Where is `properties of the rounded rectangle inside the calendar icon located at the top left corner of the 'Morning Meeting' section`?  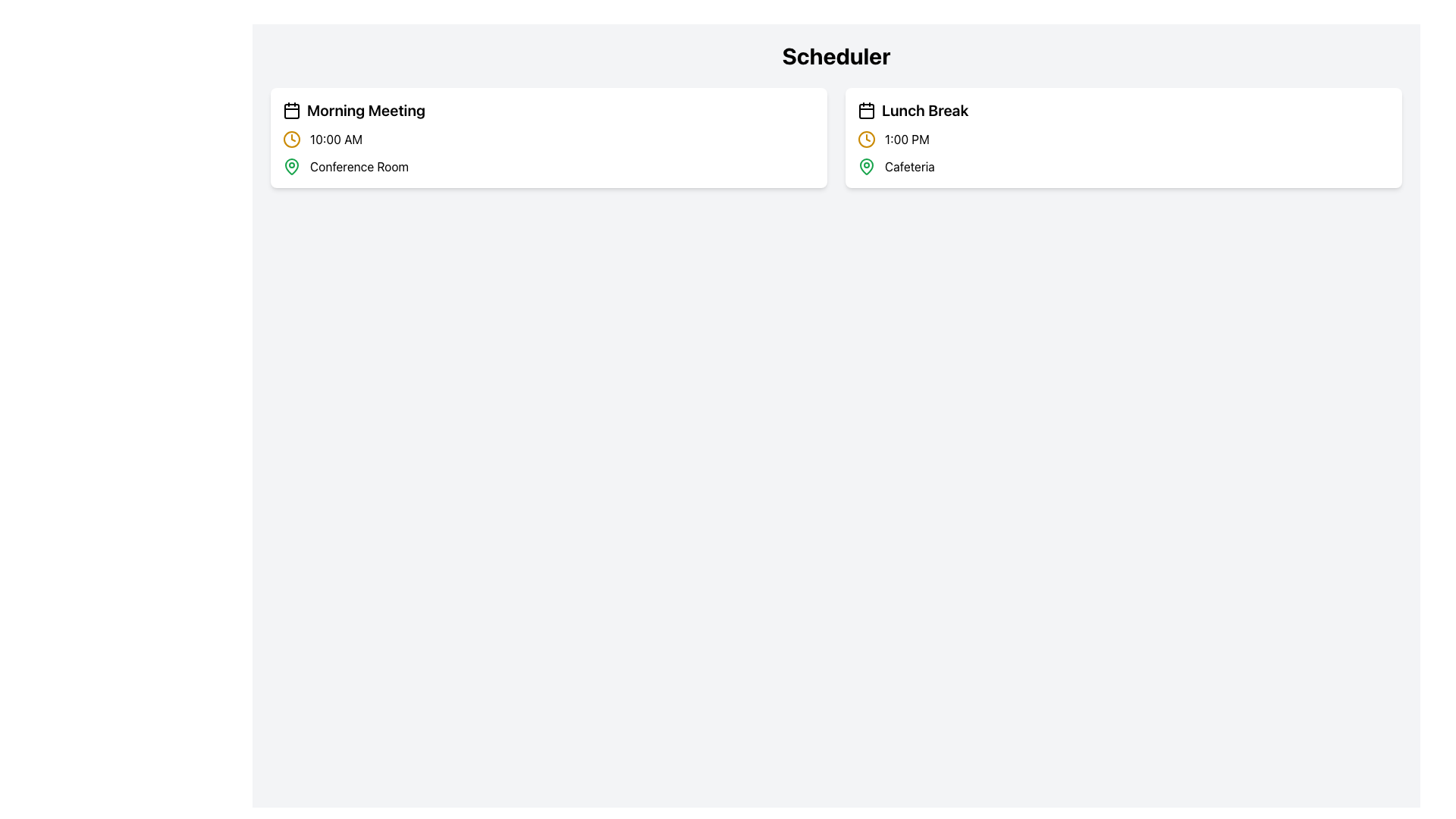 properties of the rounded rectangle inside the calendar icon located at the top left corner of the 'Morning Meeting' section is located at coordinates (291, 110).